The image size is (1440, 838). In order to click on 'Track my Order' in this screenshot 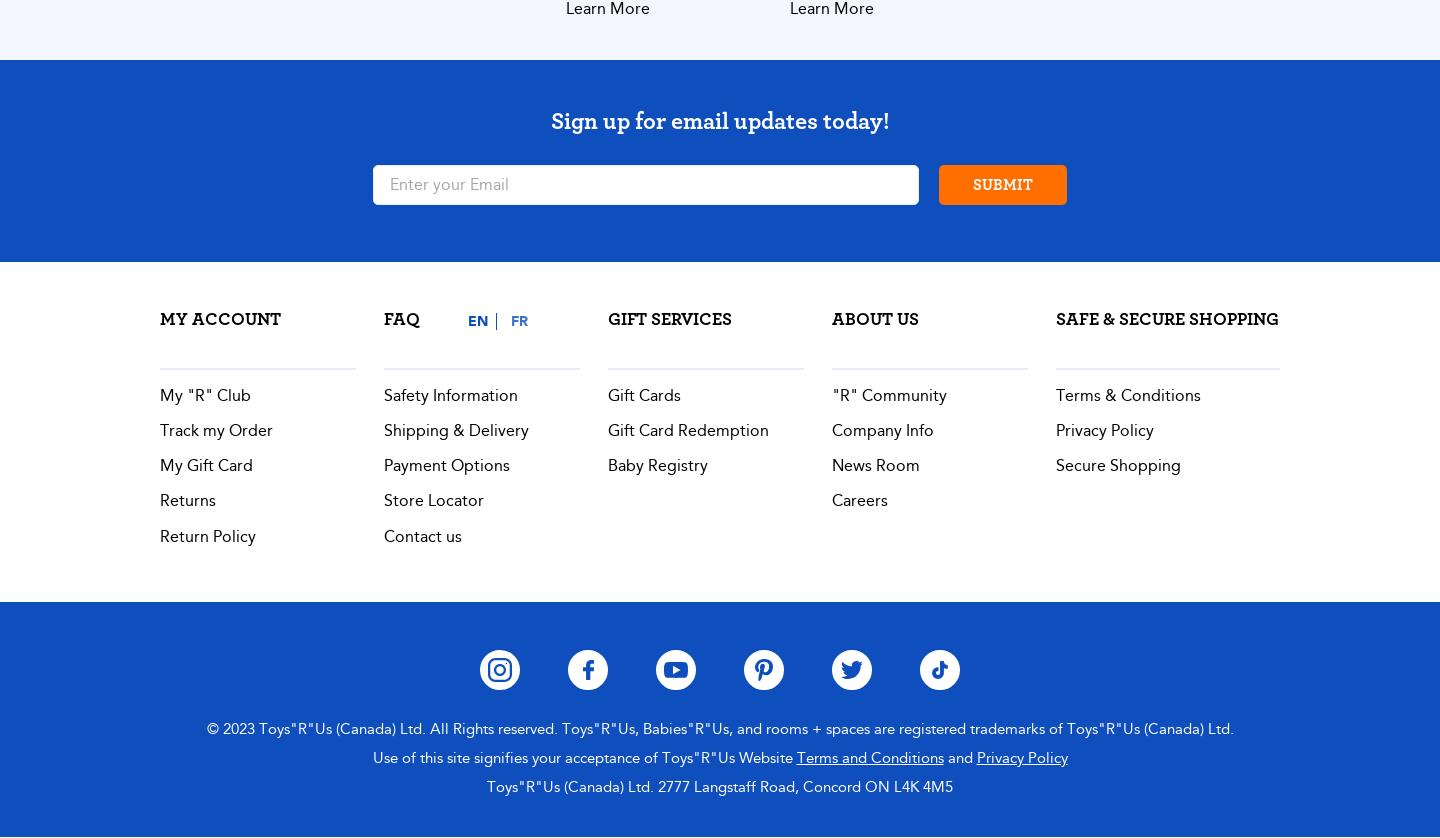, I will do `click(216, 430)`.